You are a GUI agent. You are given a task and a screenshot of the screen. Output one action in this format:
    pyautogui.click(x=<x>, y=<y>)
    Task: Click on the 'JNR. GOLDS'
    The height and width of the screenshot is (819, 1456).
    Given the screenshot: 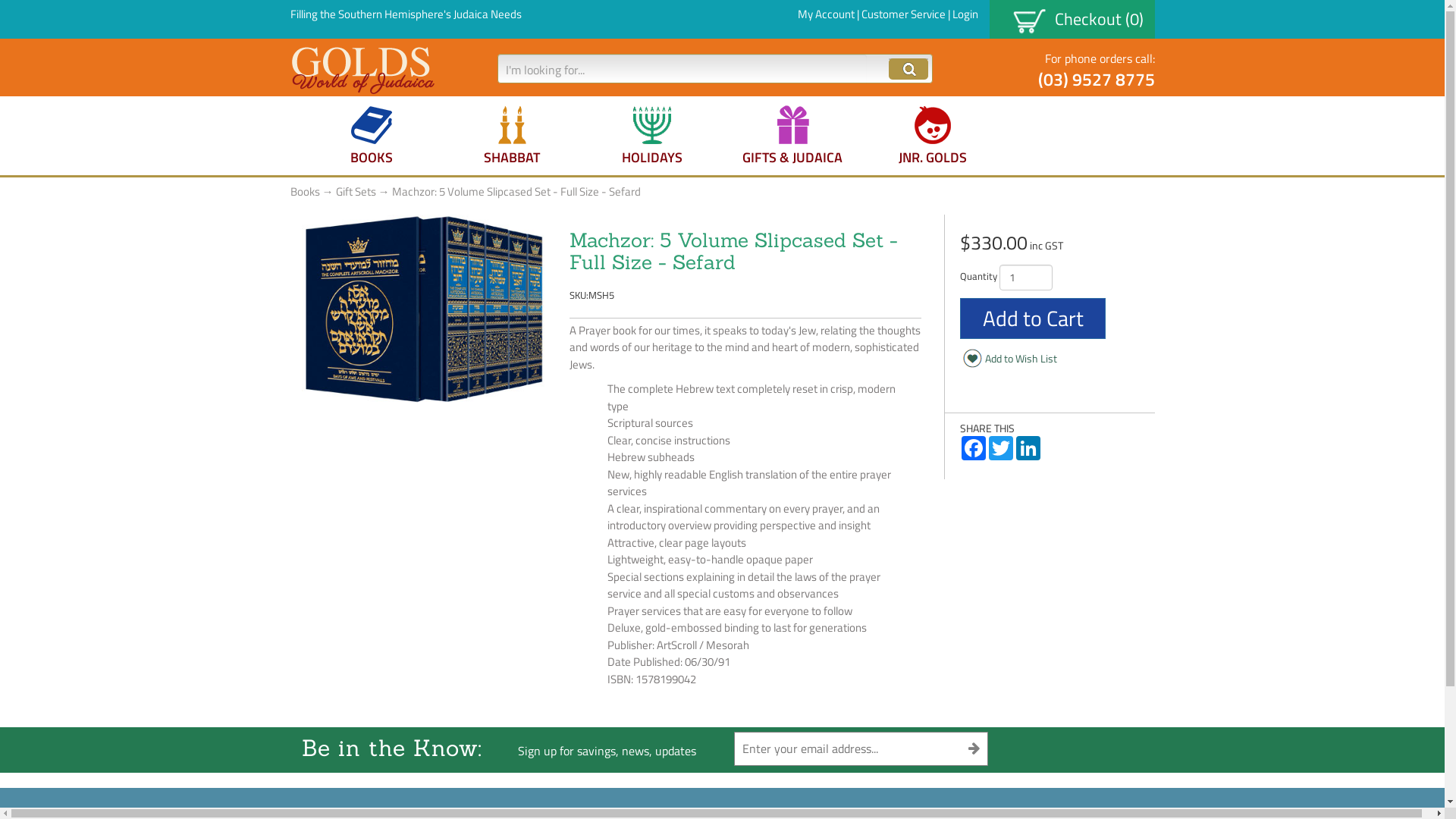 What is the action you would take?
    pyautogui.click(x=874, y=134)
    